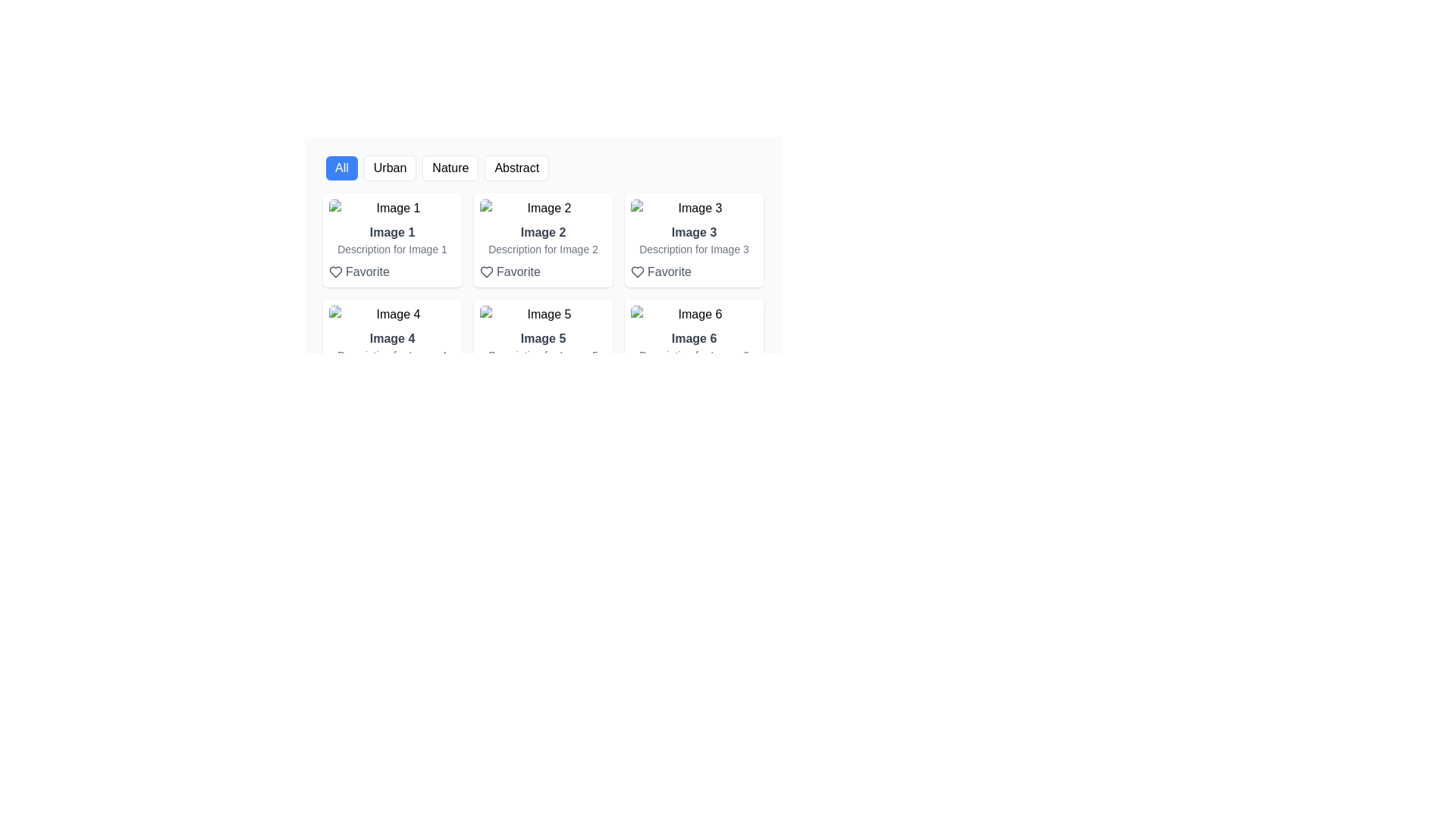 Image resolution: width=1456 pixels, height=819 pixels. Describe the element at coordinates (693, 233) in the screenshot. I see `text label 'Image 3' which is located at the top-center of a card in the third column of a grid layout` at that location.